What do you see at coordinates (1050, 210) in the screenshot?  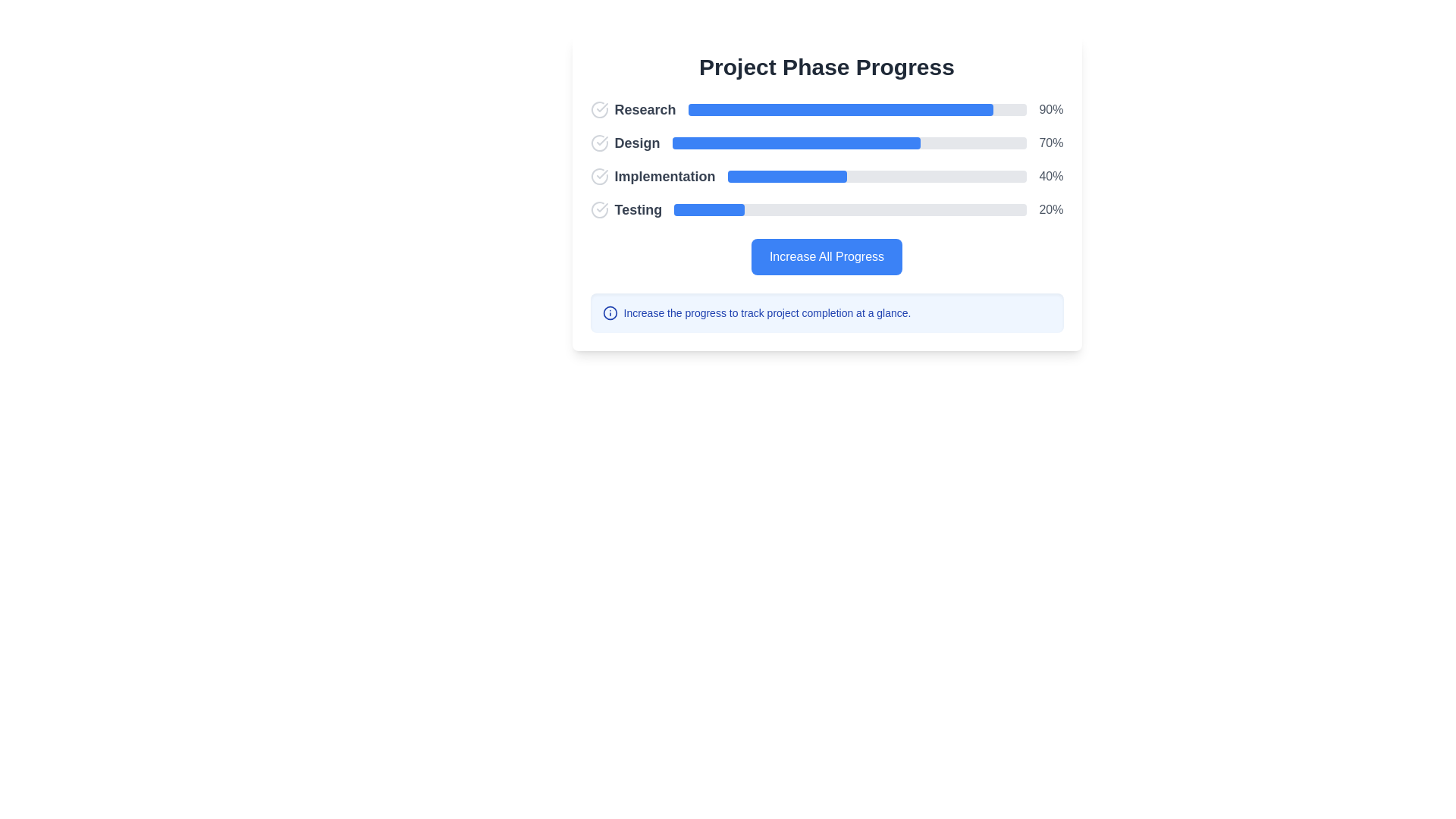 I see `the static text label displaying the percentage completion for the 'Testing' progress bar, located within the 'Project Phase Progress' section` at bounding box center [1050, 210].